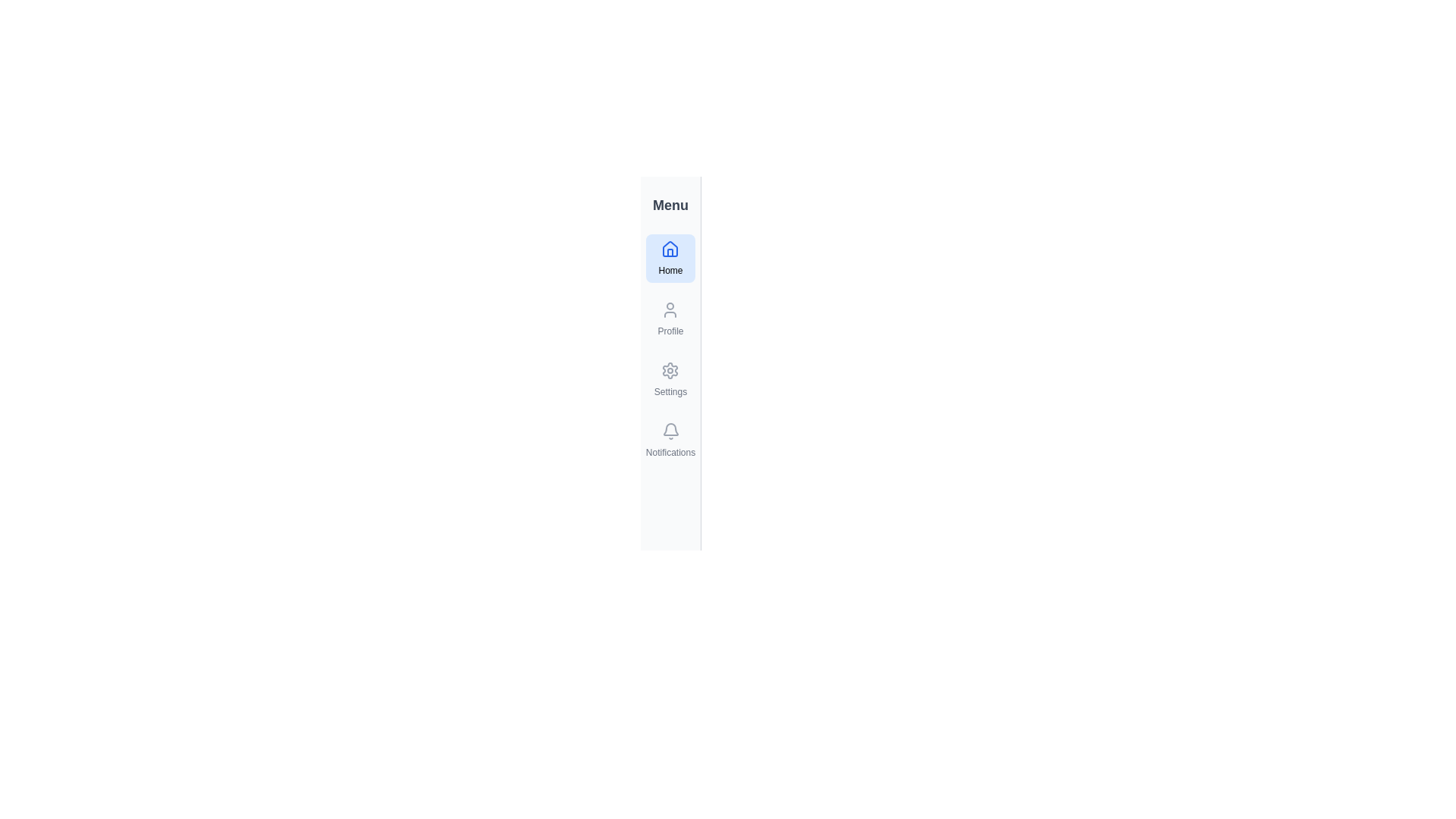 This screenshot has width=1456, height=819. Describe the element at coordinates (670, 309) in the screenshot. I see `the user icon, which is a gray outline of a head and shoulders, positioned above the 'Profile' text in the vertical menu` at that location.